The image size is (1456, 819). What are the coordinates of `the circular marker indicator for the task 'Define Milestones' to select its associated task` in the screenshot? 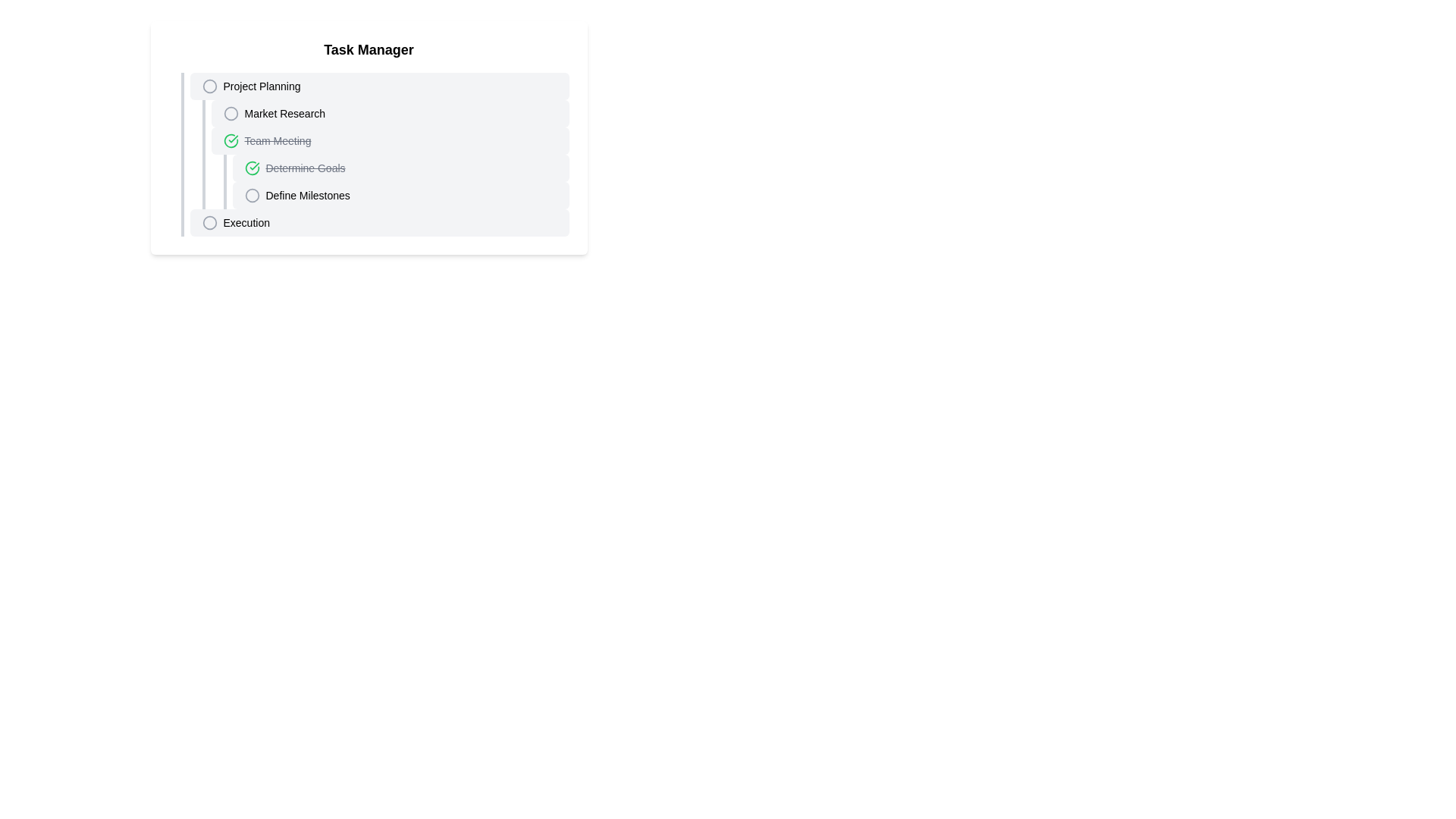 It's located at (252, 195).